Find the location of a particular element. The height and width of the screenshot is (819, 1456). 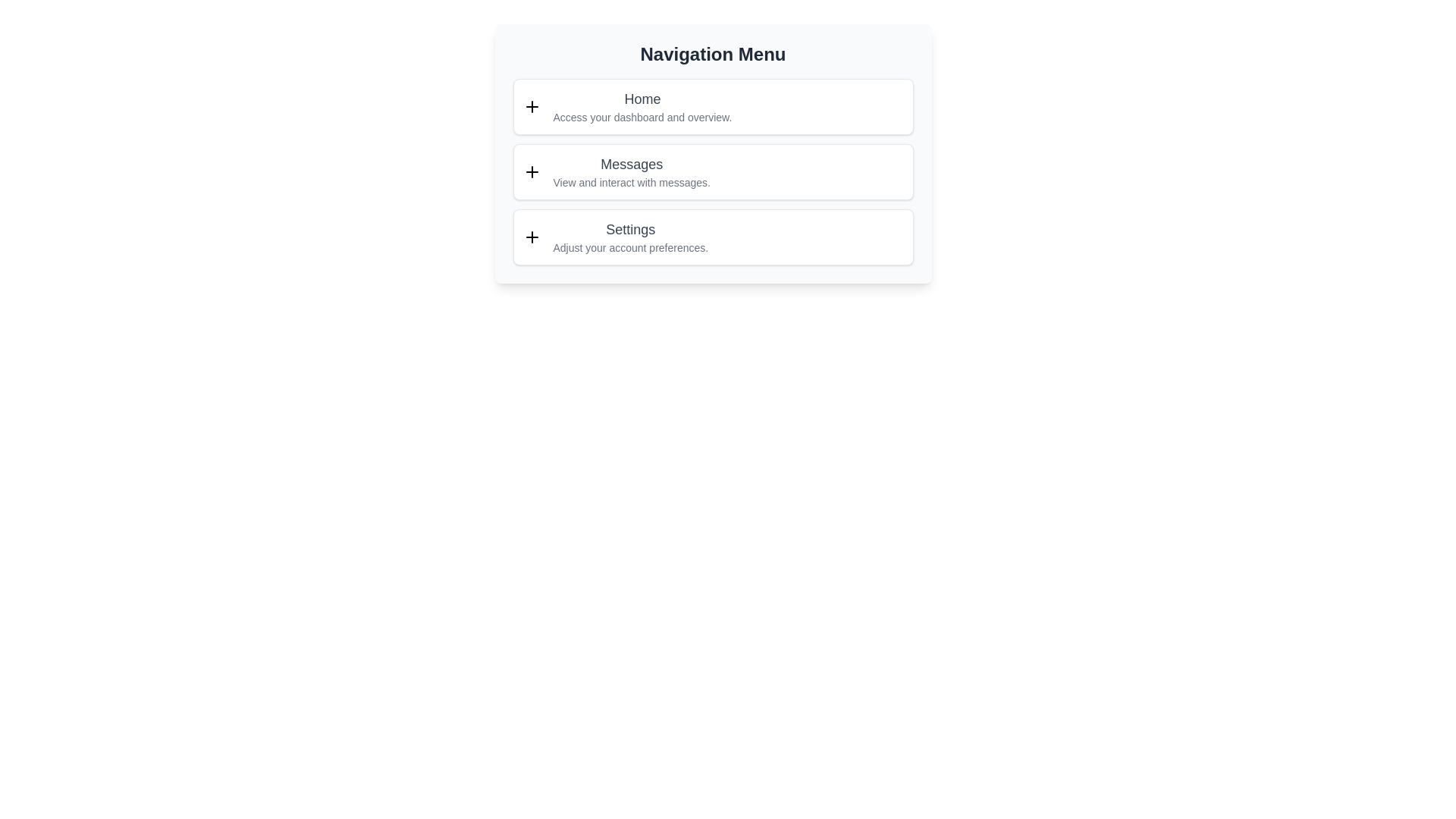

the plus icon located at the middle-left of the 'Home' card is located at coordinates (532, 106).